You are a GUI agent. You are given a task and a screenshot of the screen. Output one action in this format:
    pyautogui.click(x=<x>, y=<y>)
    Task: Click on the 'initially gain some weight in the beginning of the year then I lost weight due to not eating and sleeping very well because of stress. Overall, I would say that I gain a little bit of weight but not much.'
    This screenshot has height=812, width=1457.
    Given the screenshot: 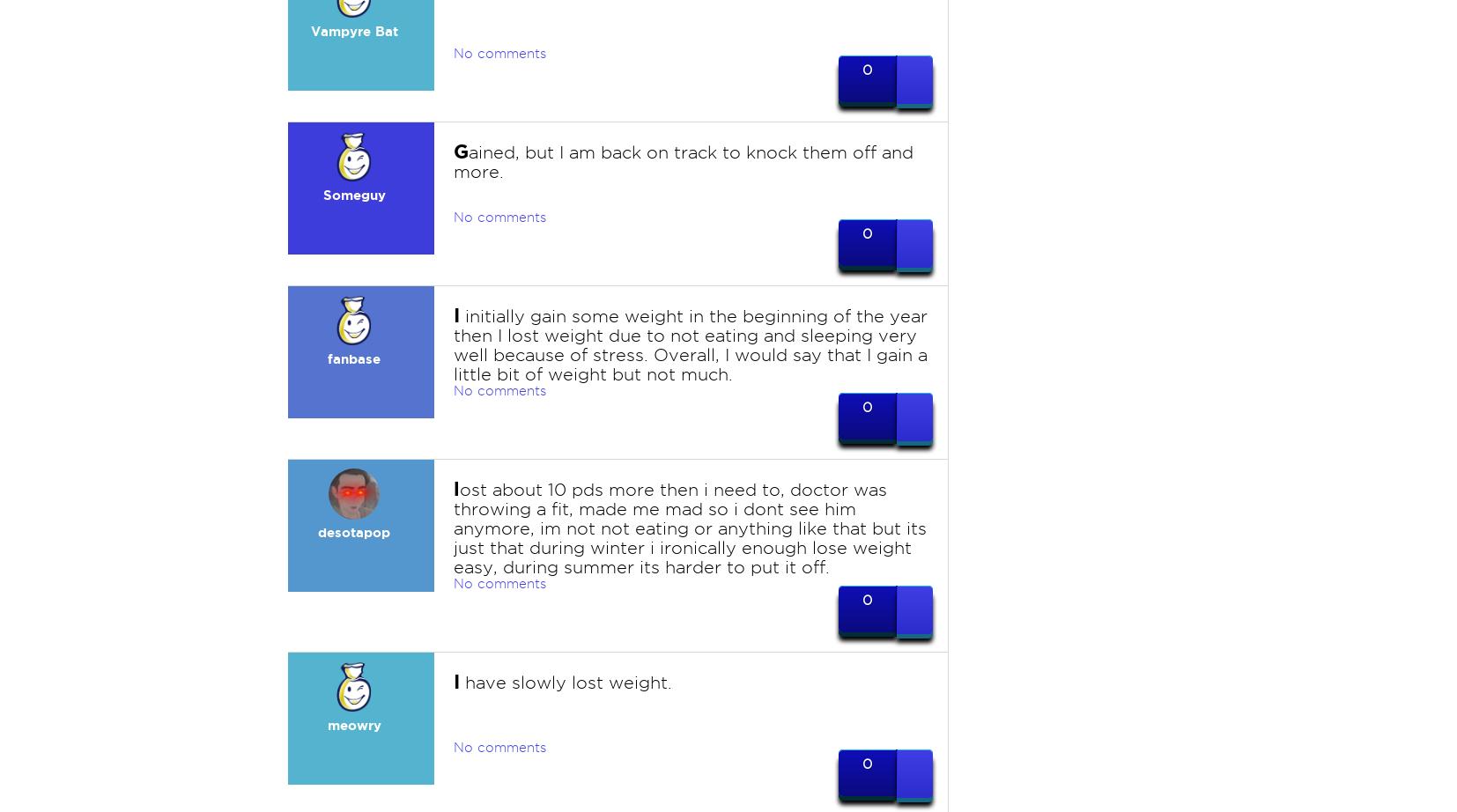 What is the action you would take?
    pyautogui.click(x=690, y=344)
    